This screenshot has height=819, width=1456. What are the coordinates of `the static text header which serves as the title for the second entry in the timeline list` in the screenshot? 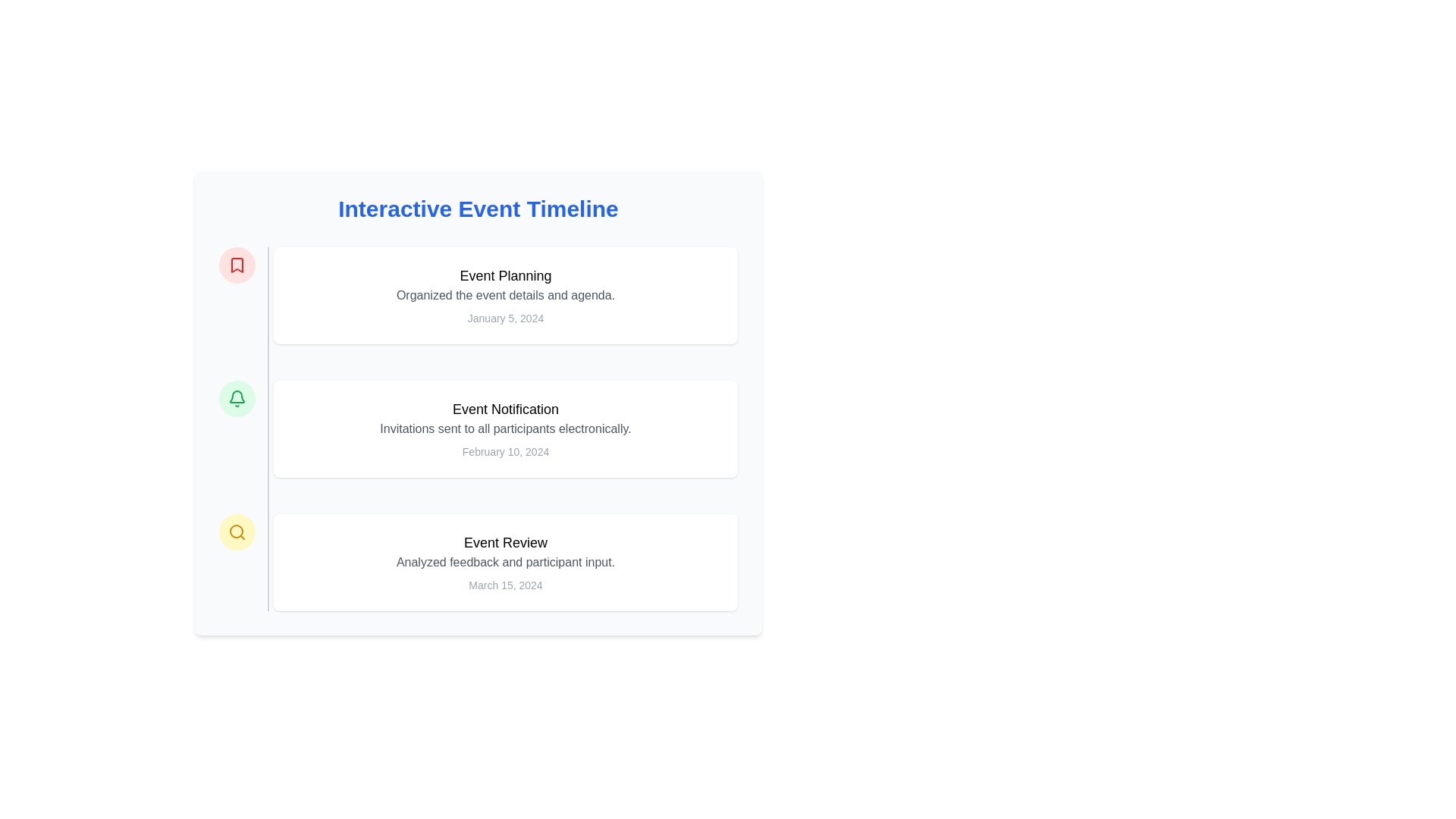 It's located at (506, 409).